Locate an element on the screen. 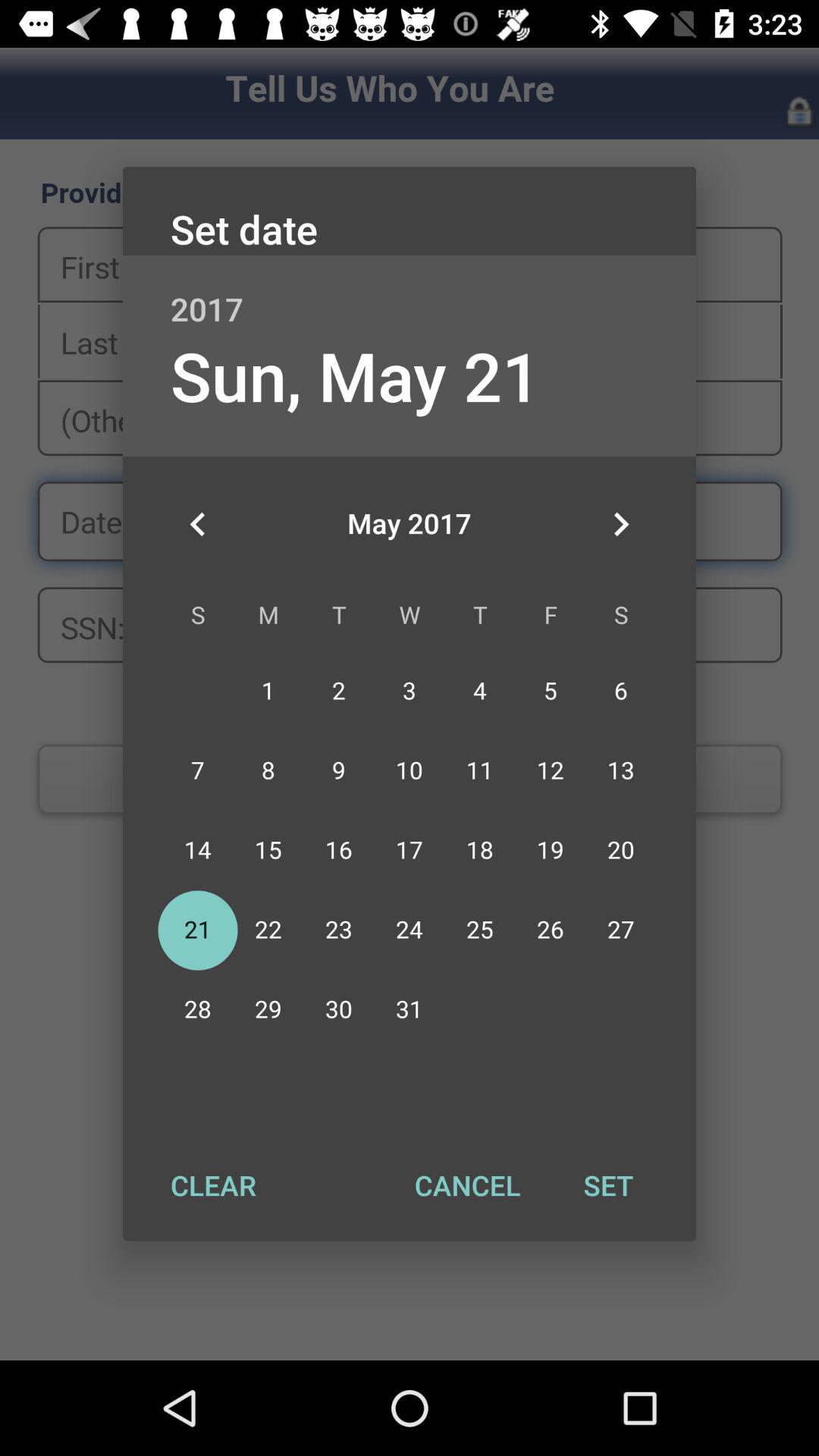 The image size is (819, 1456). the app below 2017 app is located at coordinates (620, 524).